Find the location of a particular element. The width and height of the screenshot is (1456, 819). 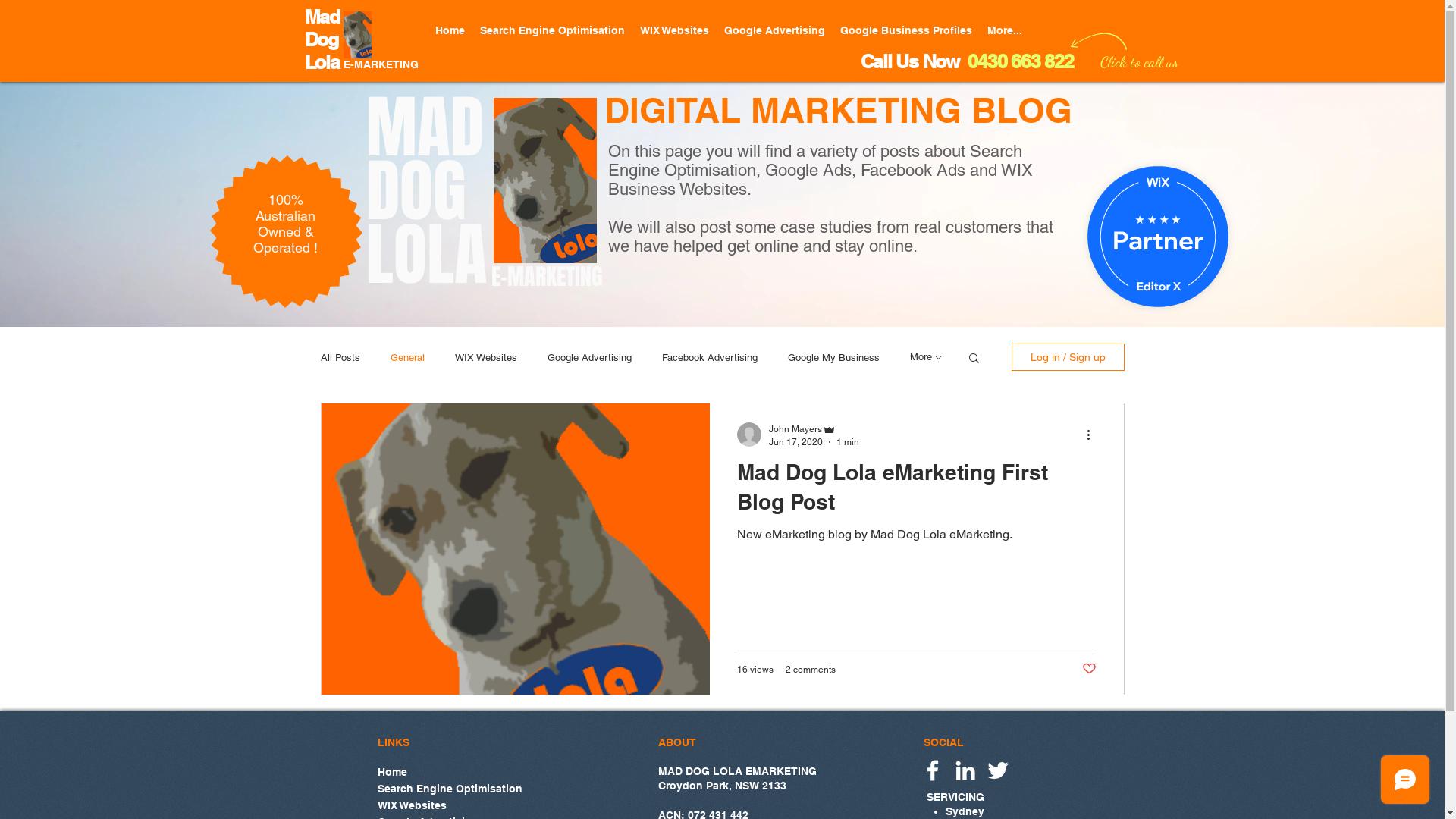

'Home' is located at coordinates (449, 771).